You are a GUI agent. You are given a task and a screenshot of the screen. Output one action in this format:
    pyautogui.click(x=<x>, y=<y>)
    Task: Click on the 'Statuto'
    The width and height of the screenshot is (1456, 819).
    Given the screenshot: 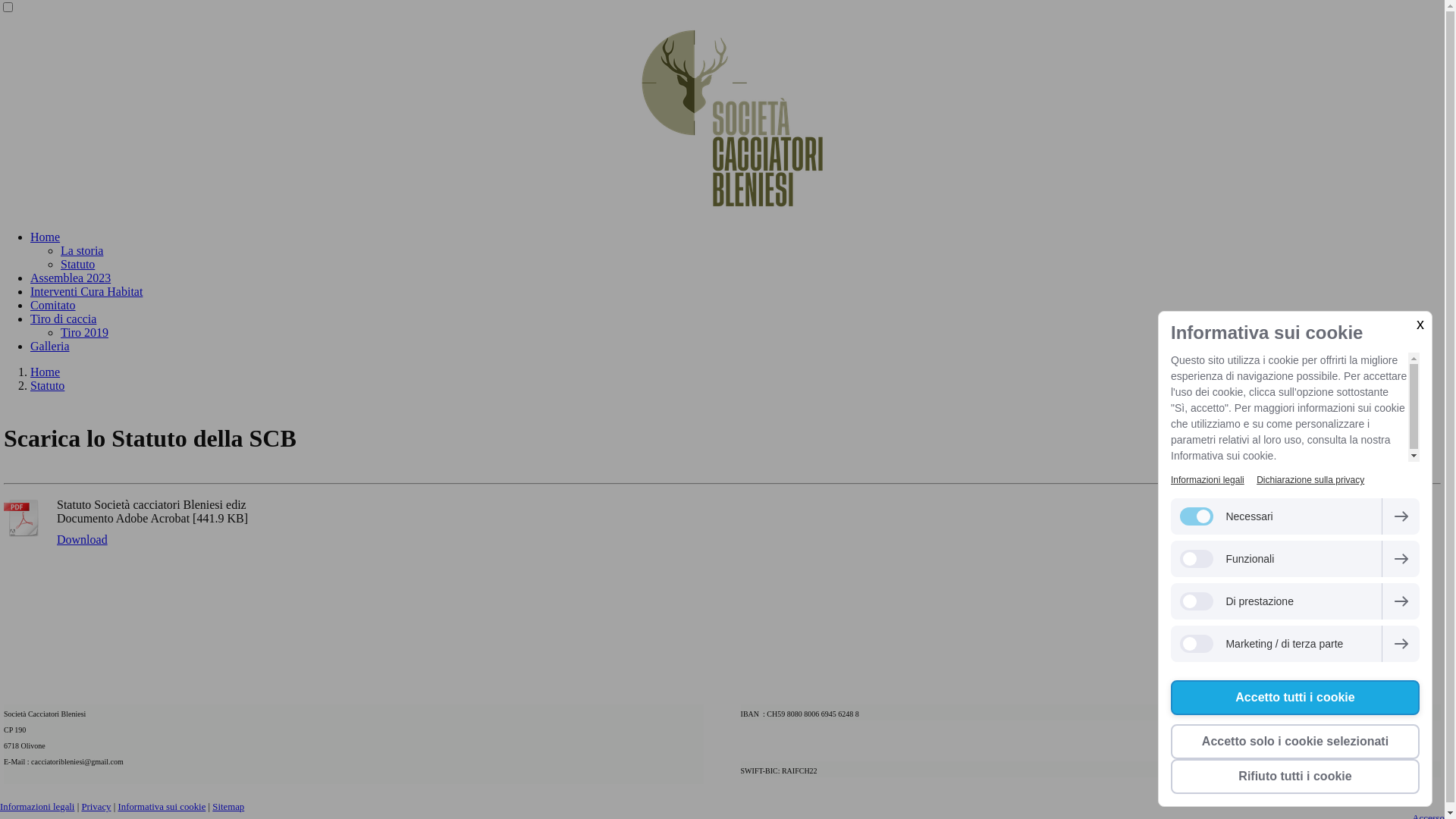 What is the action you would take?
    pyautogui.click(x=77, y=263)
    